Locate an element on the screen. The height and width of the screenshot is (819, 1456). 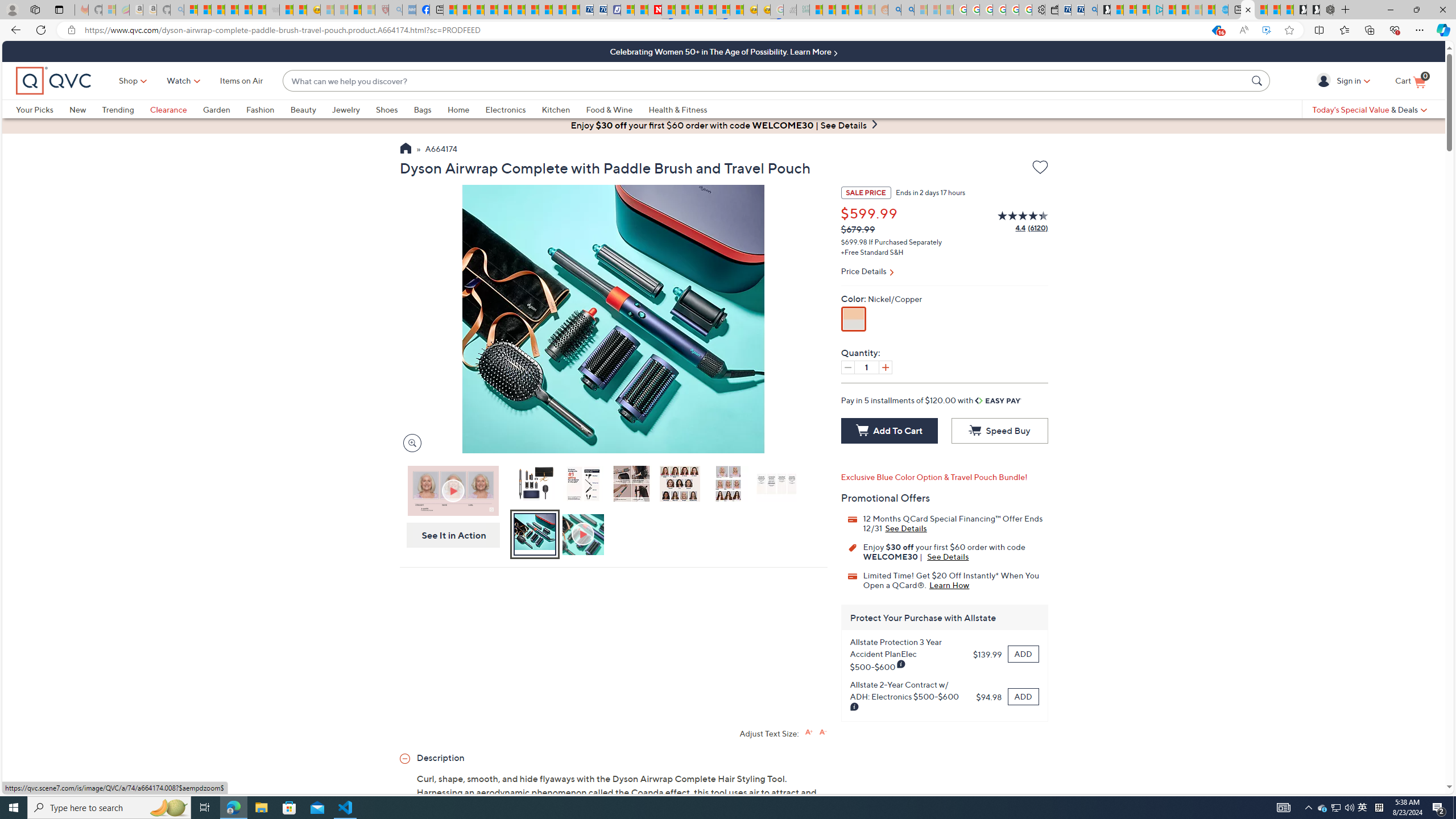
'Cheap Hotels - Save70.com' is located at coordinates (599, 9).